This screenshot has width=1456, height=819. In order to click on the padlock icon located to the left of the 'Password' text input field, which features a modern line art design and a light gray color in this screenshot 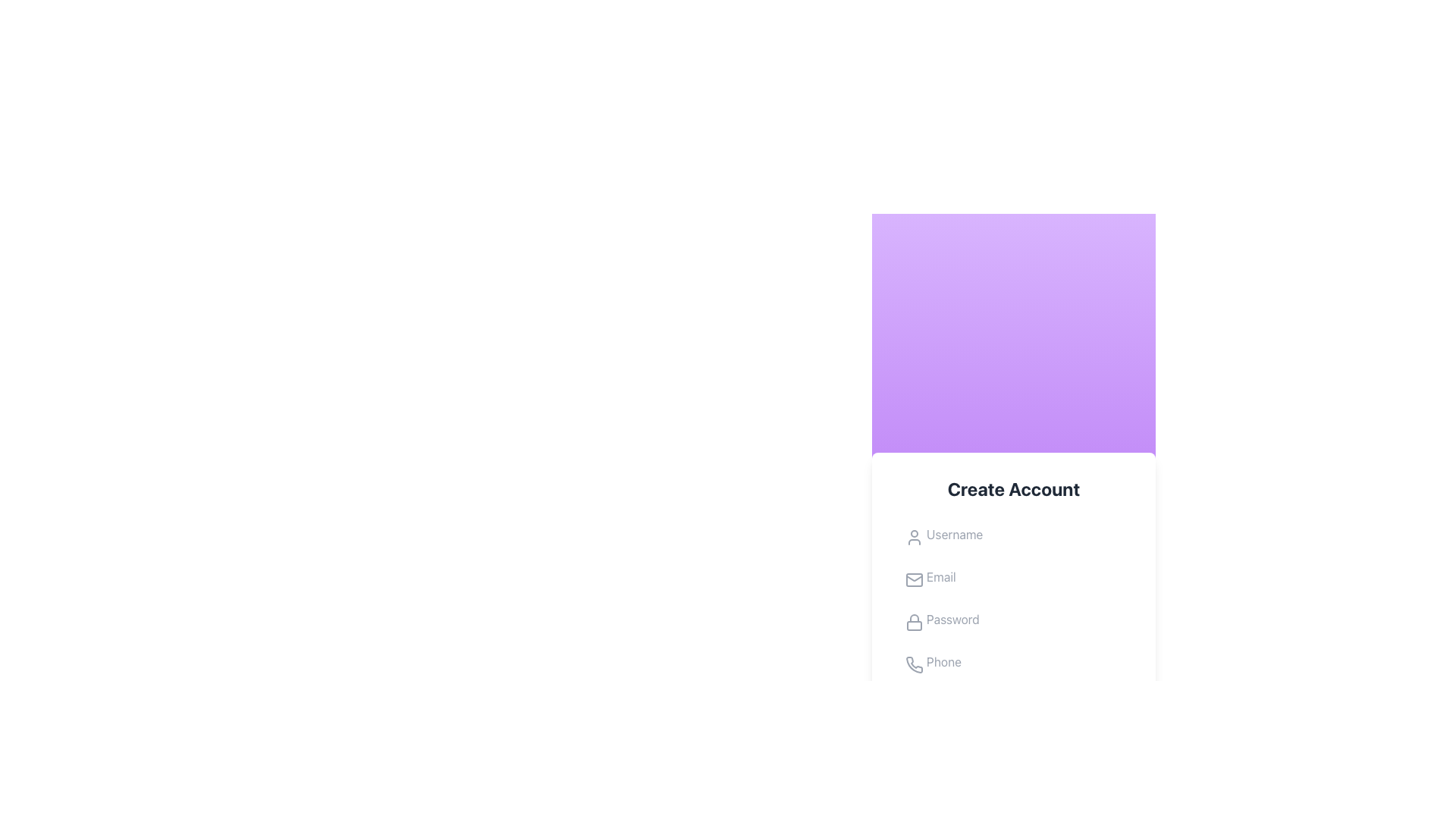, I will do `click(913, 623)`.